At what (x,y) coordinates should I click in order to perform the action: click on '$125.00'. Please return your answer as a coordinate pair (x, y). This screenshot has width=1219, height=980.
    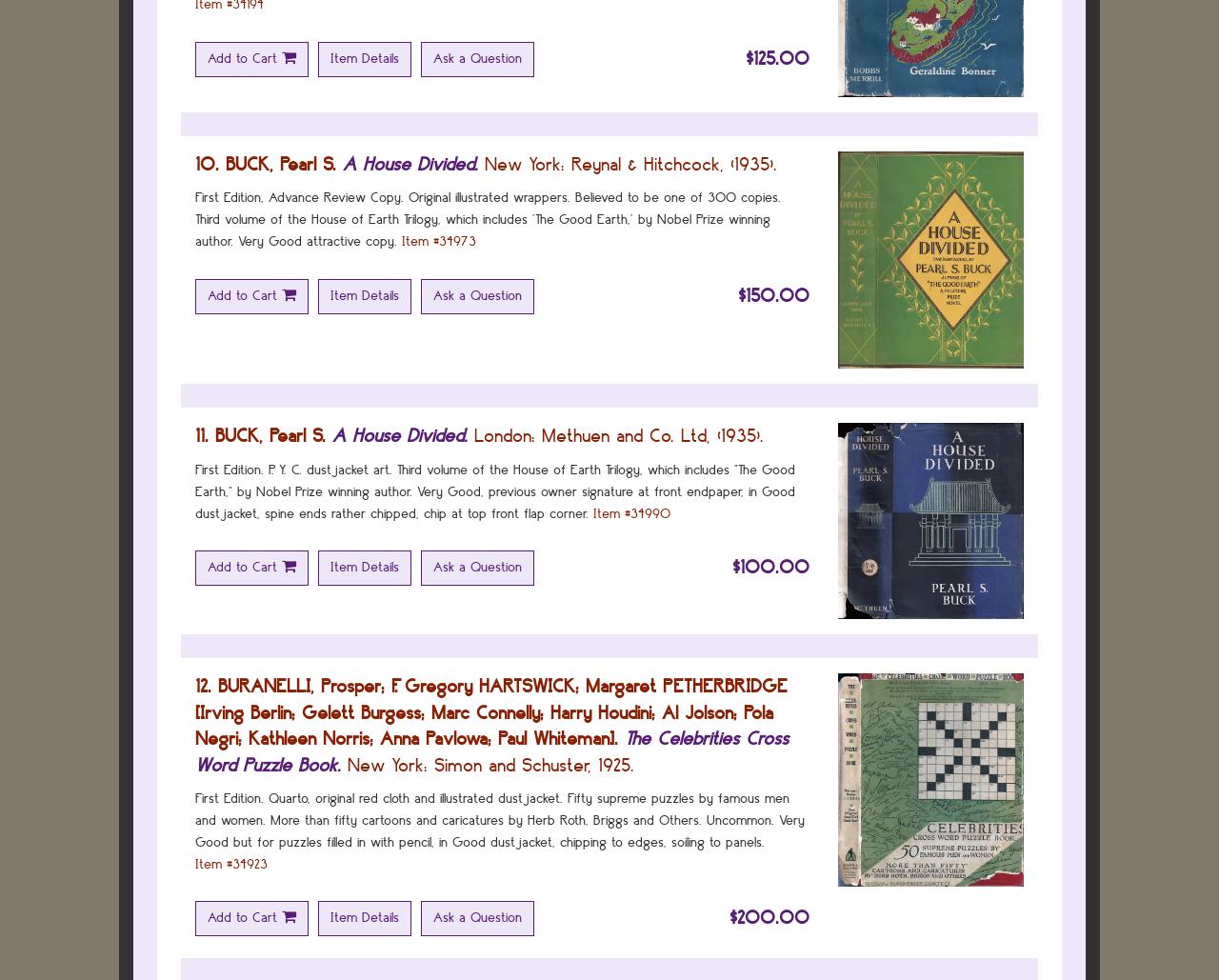
    Looking at the image, I should click on (744, 57).